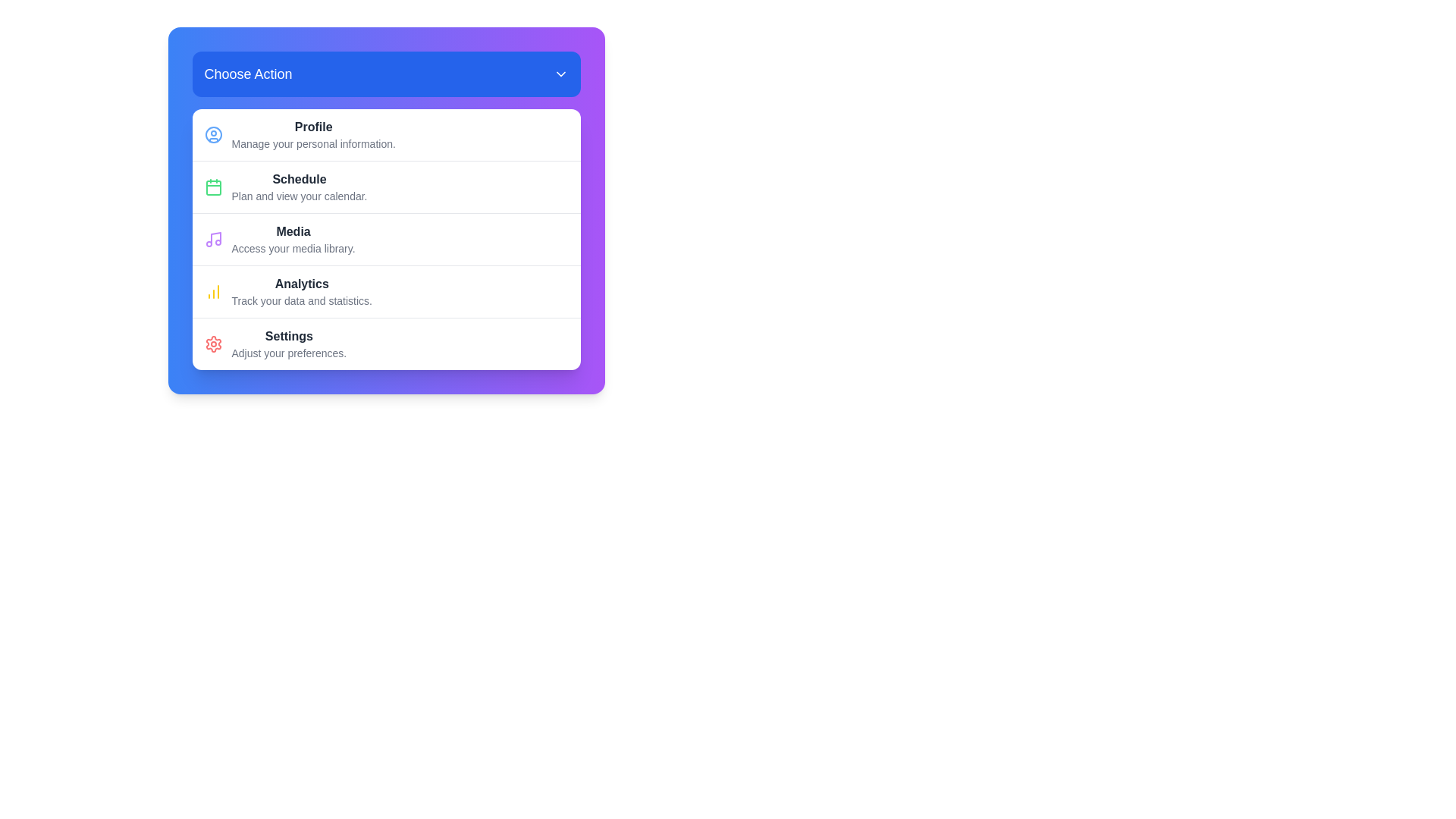 The width and height of the screenshot is (1456, 819). I want to click on the decorative visual element (SVG rectangle) that represents the body of the calendar icon, located to the left of the 'Schedule' label in the second row of the list, so click(212, 187).